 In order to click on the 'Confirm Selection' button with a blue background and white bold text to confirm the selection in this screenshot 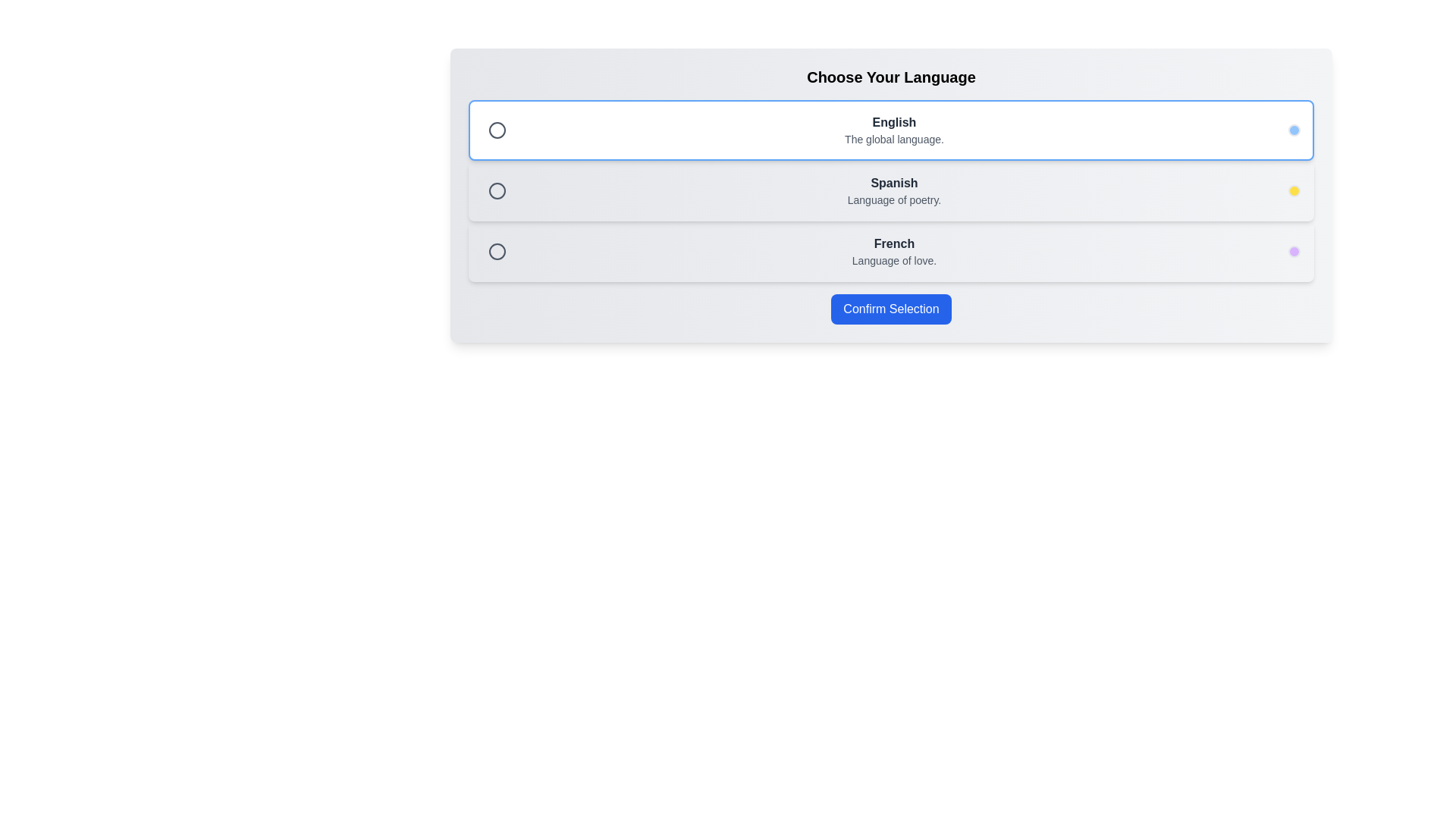, I will do `click(891, 309)`.